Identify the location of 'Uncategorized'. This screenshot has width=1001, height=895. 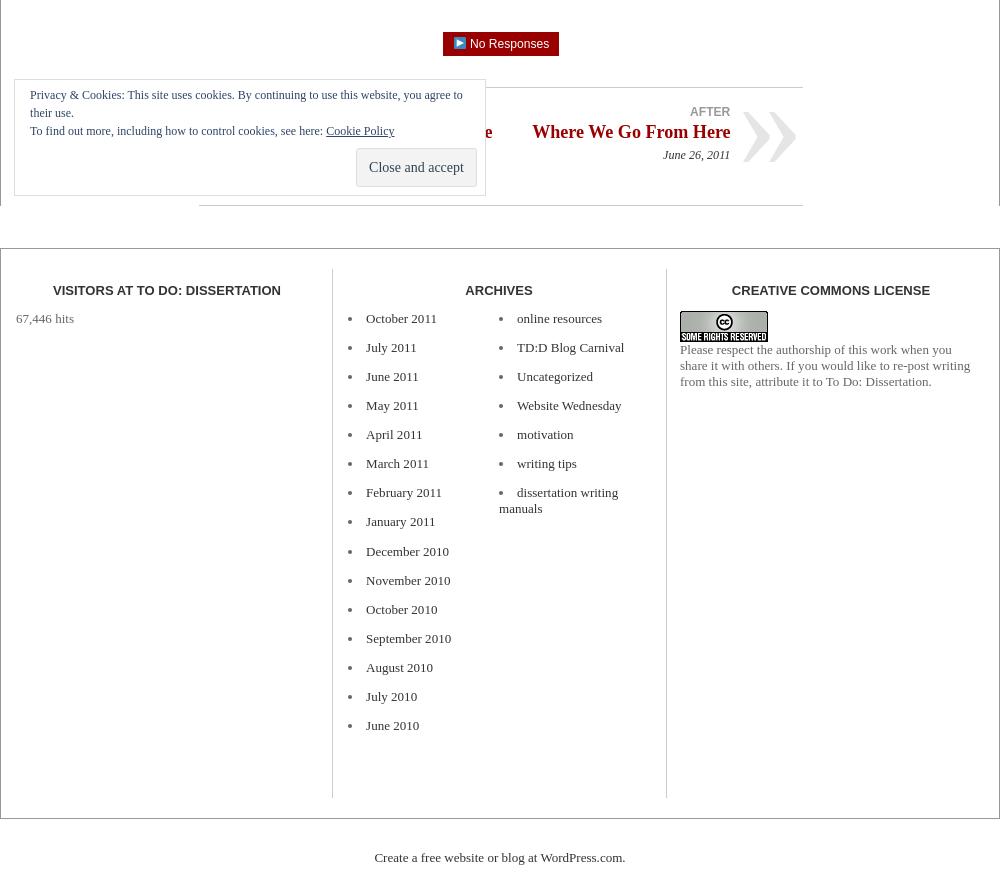
(516, 375).